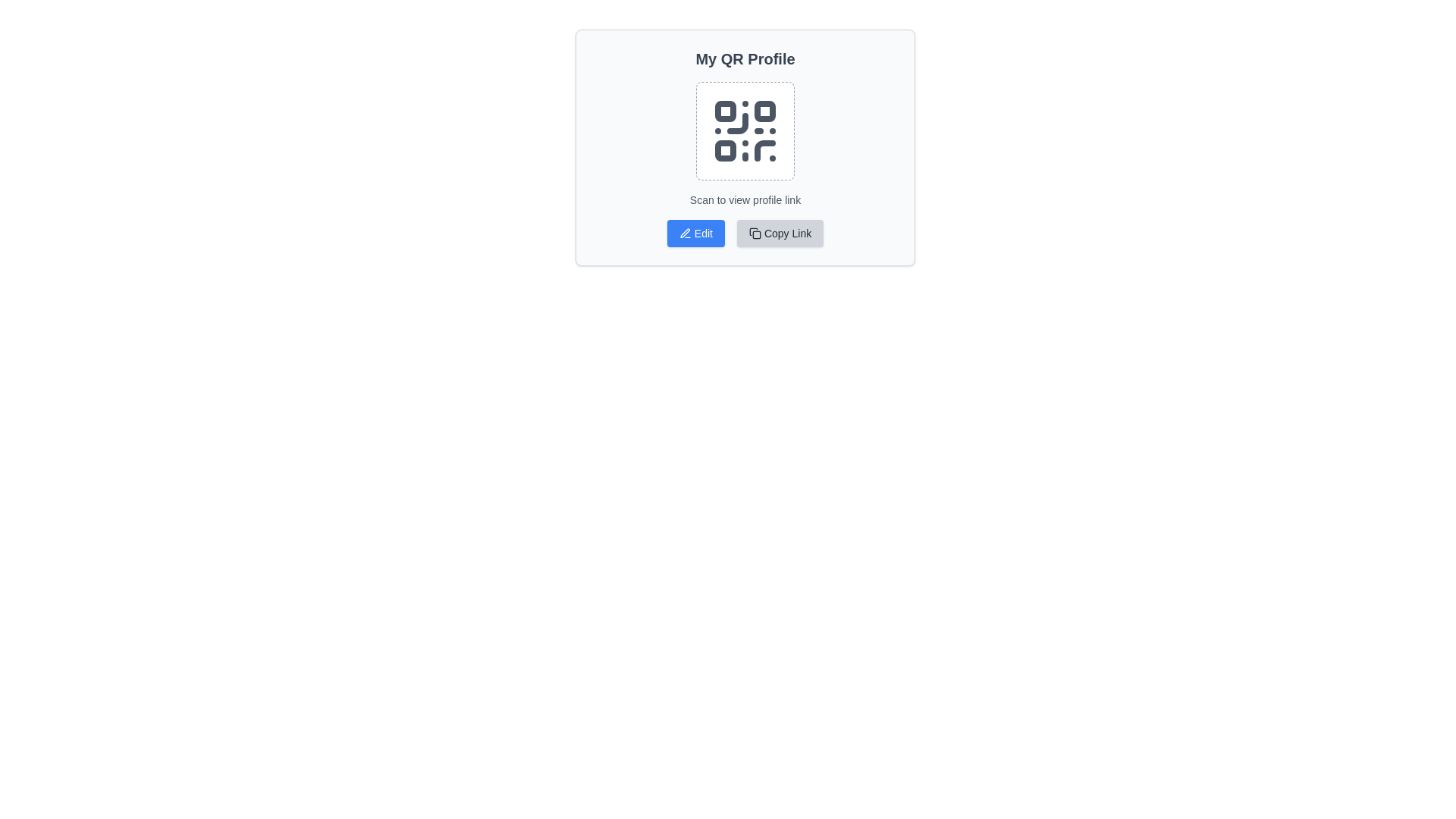 The width and height of the screenshot is (1456, 819). I want to click on the small red square with rounded corners located in the top-right section of the QR code graphic, specifically the second block in the pattern, so click(764, 110).